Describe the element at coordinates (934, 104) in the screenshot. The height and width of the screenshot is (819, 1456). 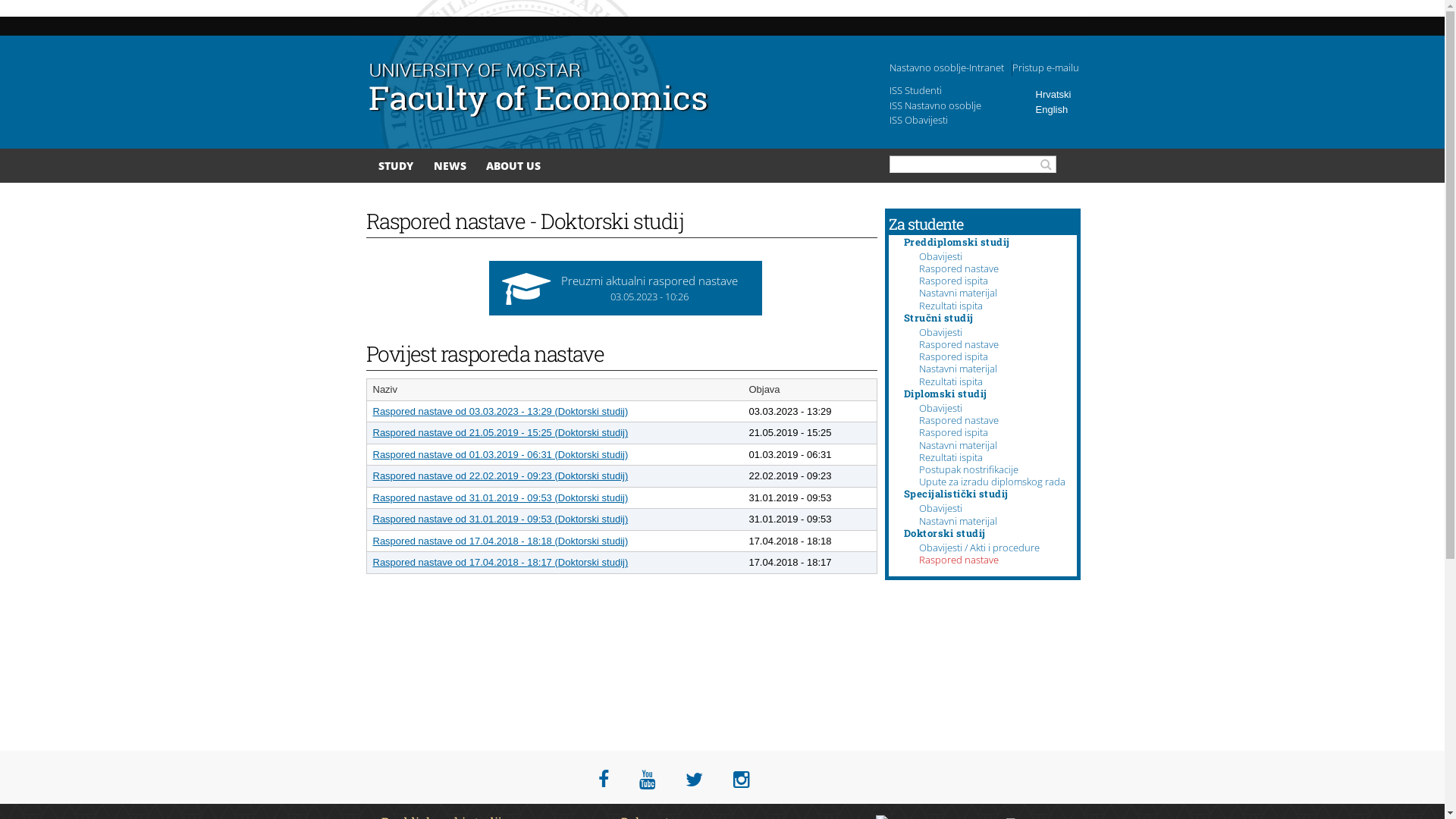
I see `'ISS Nastavno osoblje'` at that location.